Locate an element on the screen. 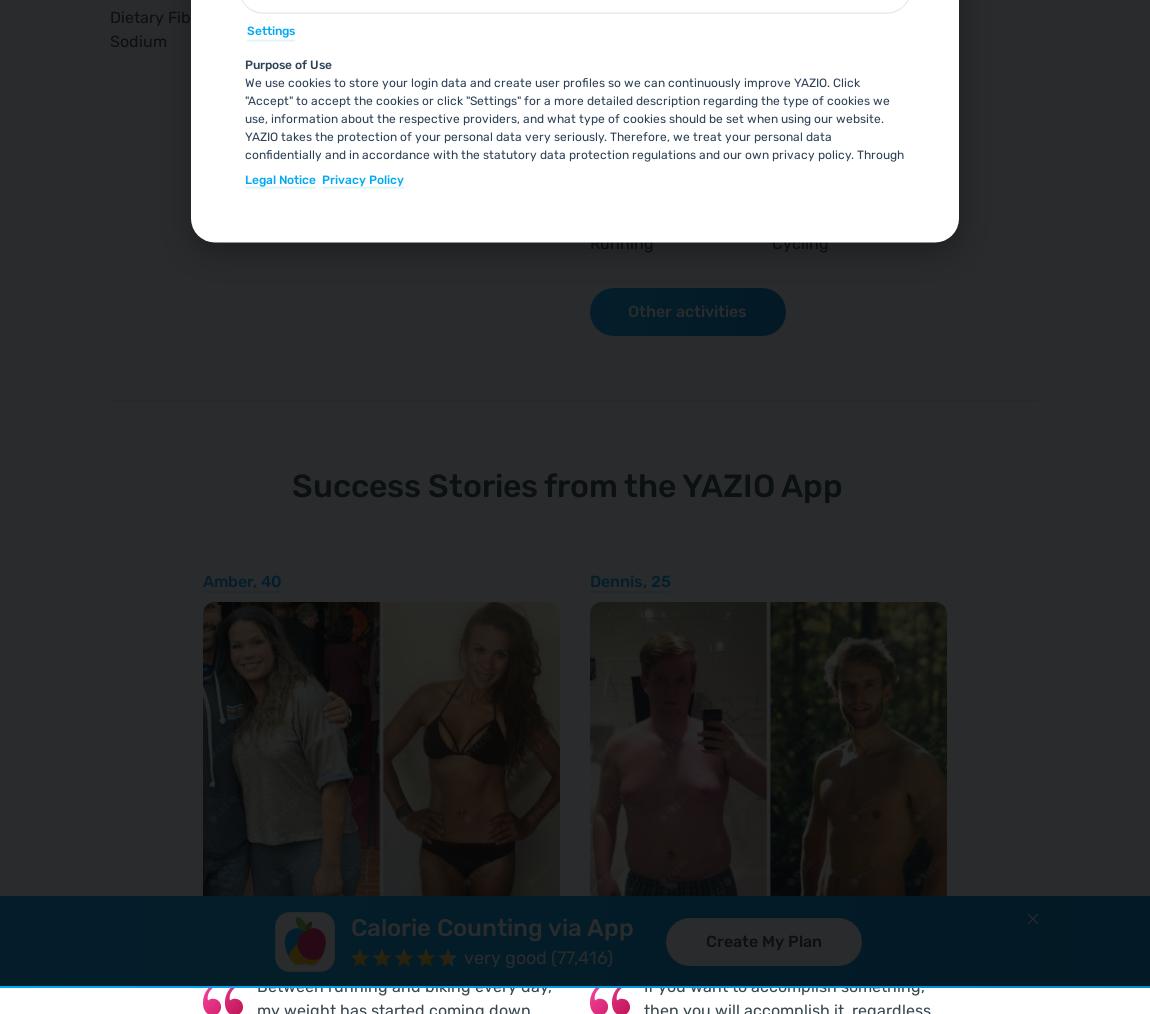 The width and height of the screenshot is (1150, 1014). '0.5' is located at coordinates (360, 16).